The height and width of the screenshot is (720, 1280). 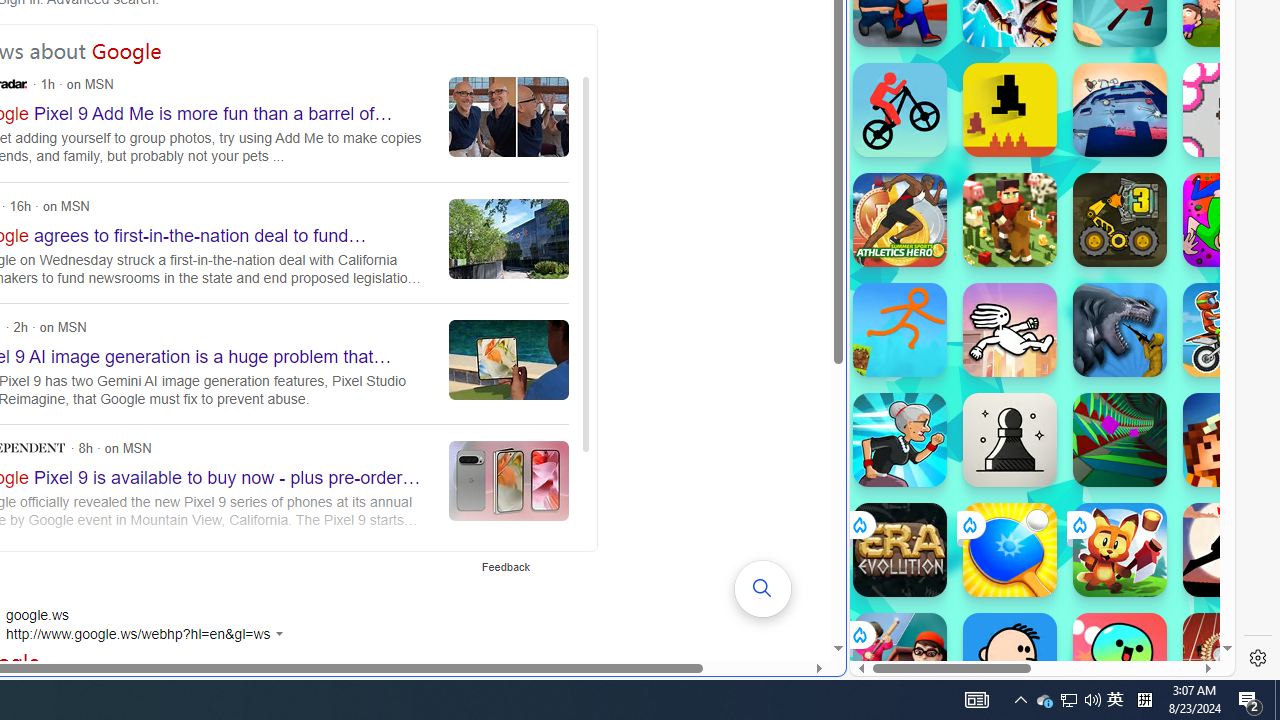 What do you see at coordinates (1009, 219) in the screenshot?
I see `'Apple Knight: Farmers Market Apple Knight: Farmers Market'` at bounding box center [1009, 219].